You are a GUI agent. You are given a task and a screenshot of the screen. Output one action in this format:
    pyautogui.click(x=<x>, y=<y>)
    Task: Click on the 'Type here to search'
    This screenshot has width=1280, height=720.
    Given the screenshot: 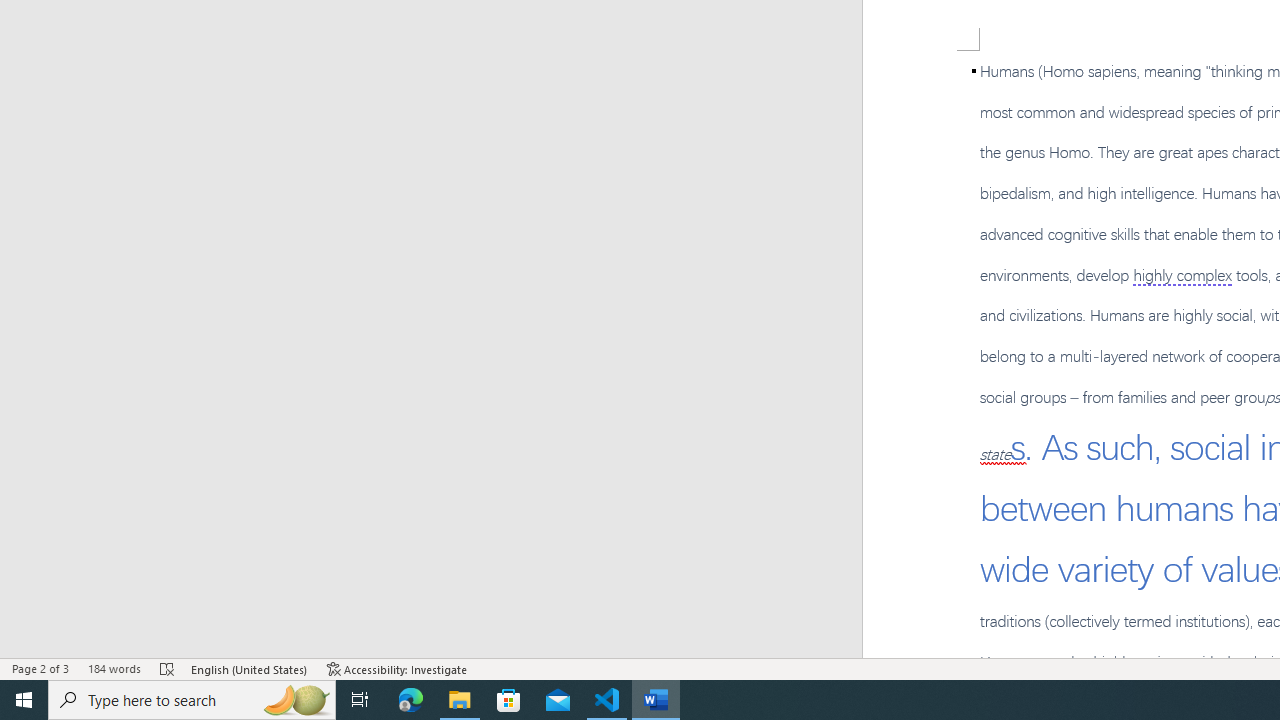 What is the action you would take?
    pyautogui.click(x=192, y=698)
    